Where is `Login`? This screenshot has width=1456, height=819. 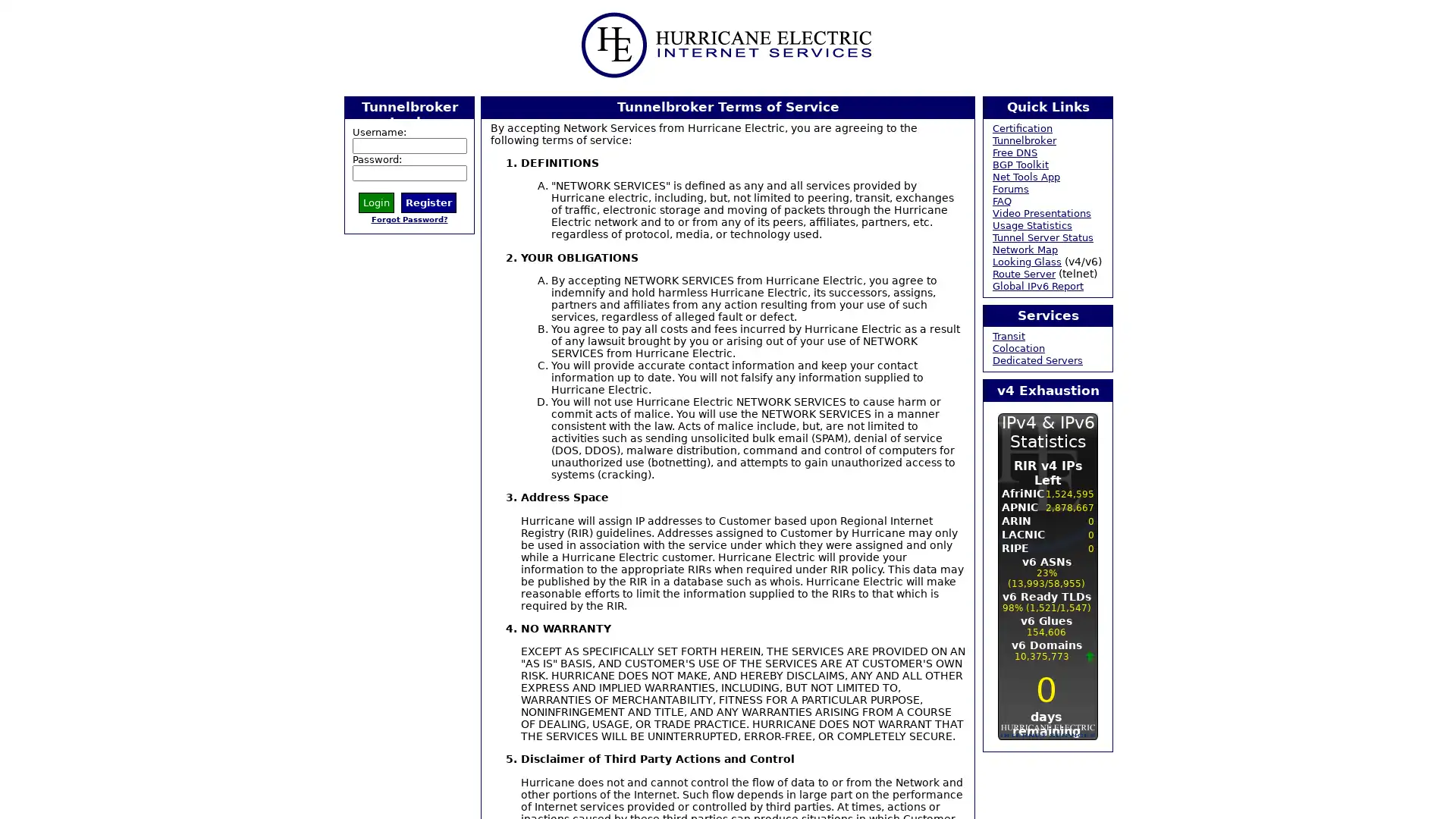
Login is located at coordinates (376, 201).